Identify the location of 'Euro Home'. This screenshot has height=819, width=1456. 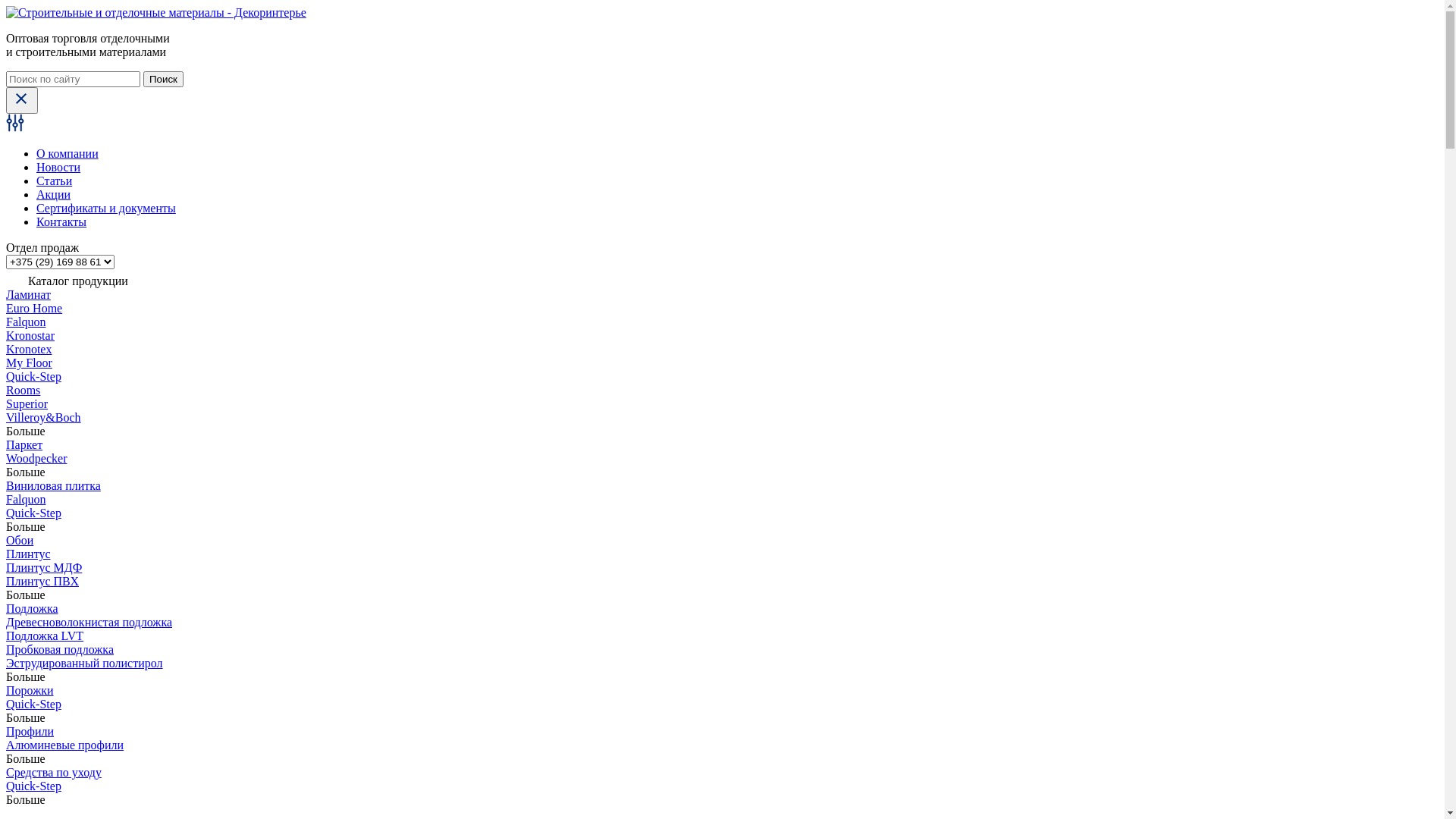
(33, 307).